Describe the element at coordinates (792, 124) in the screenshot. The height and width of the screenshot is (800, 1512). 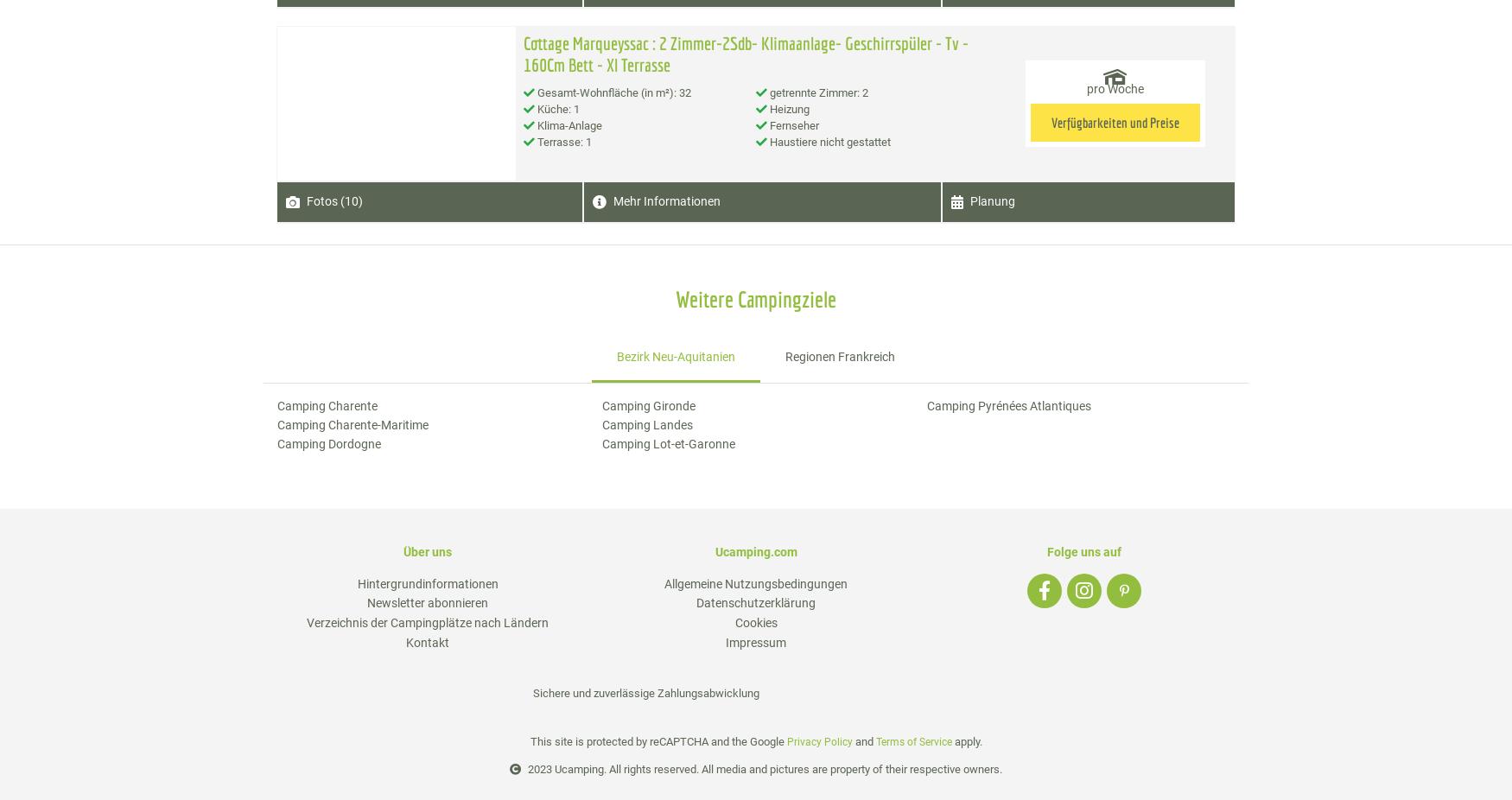
I see `'Fernseher'` at that location.